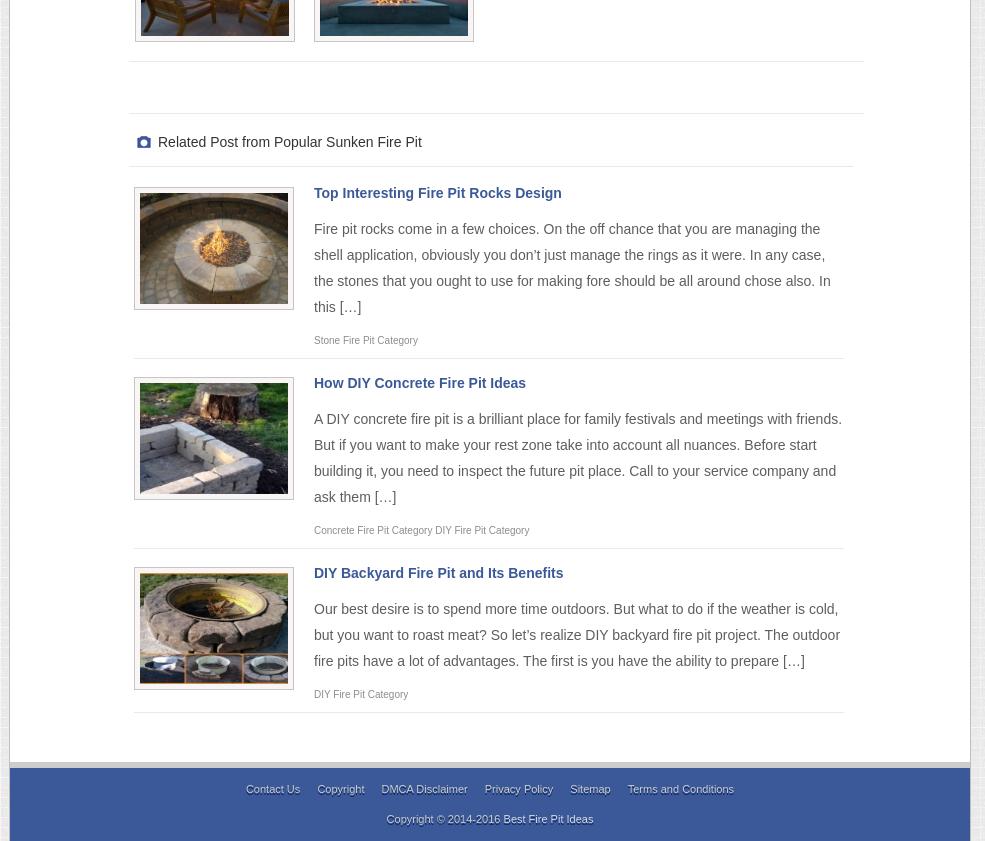 This screenshot has width=985, height=841. I want to click on 'Fire pit rocks come in a few choices. On the off chance that you are managing the shell application, obviously you don’t just manage the rings as it were. In any case, the stones that you ought to use for making fore should be all around chose also. In this […]', so click(314, 266).